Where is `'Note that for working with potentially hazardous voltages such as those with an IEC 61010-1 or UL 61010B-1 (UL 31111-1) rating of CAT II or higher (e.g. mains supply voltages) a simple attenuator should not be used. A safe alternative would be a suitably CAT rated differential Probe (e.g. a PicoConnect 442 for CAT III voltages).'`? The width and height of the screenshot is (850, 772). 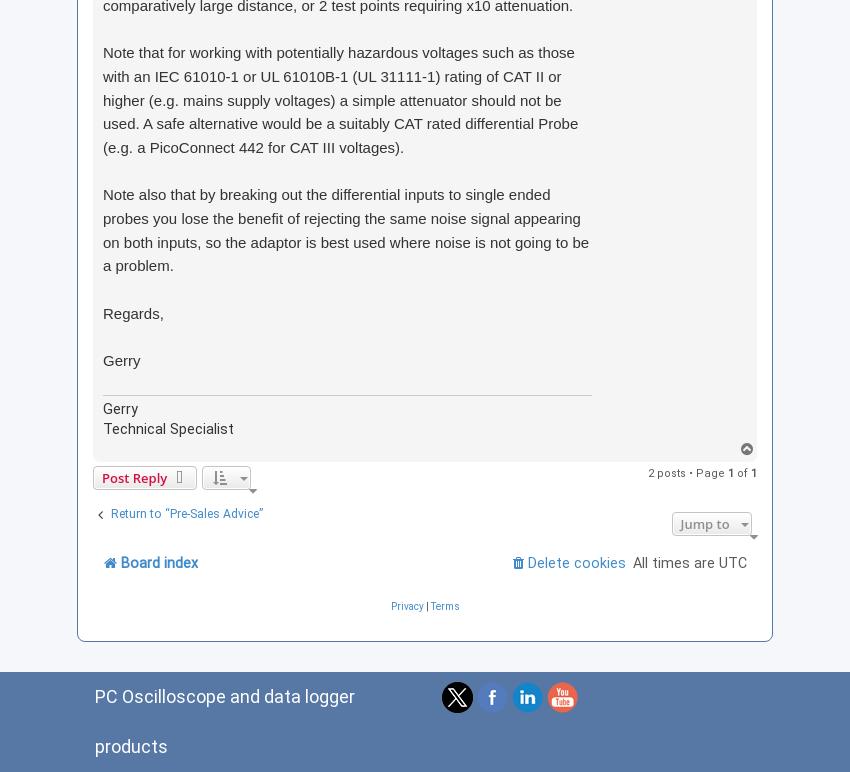
'Note that for working with potentially hazardous voltages such as those with an IEC 61010-1 or UL 61010B-1 (UL 31111-1) rating of CAT II or higher (e.g. mains supply voltages) a simple attenuator should not be used. A safe alternative would be a suitably CAT rated differential Probe (e.g. a PicoConnect 442 for CAT III voltages).' is located at coordinates (340, 98).